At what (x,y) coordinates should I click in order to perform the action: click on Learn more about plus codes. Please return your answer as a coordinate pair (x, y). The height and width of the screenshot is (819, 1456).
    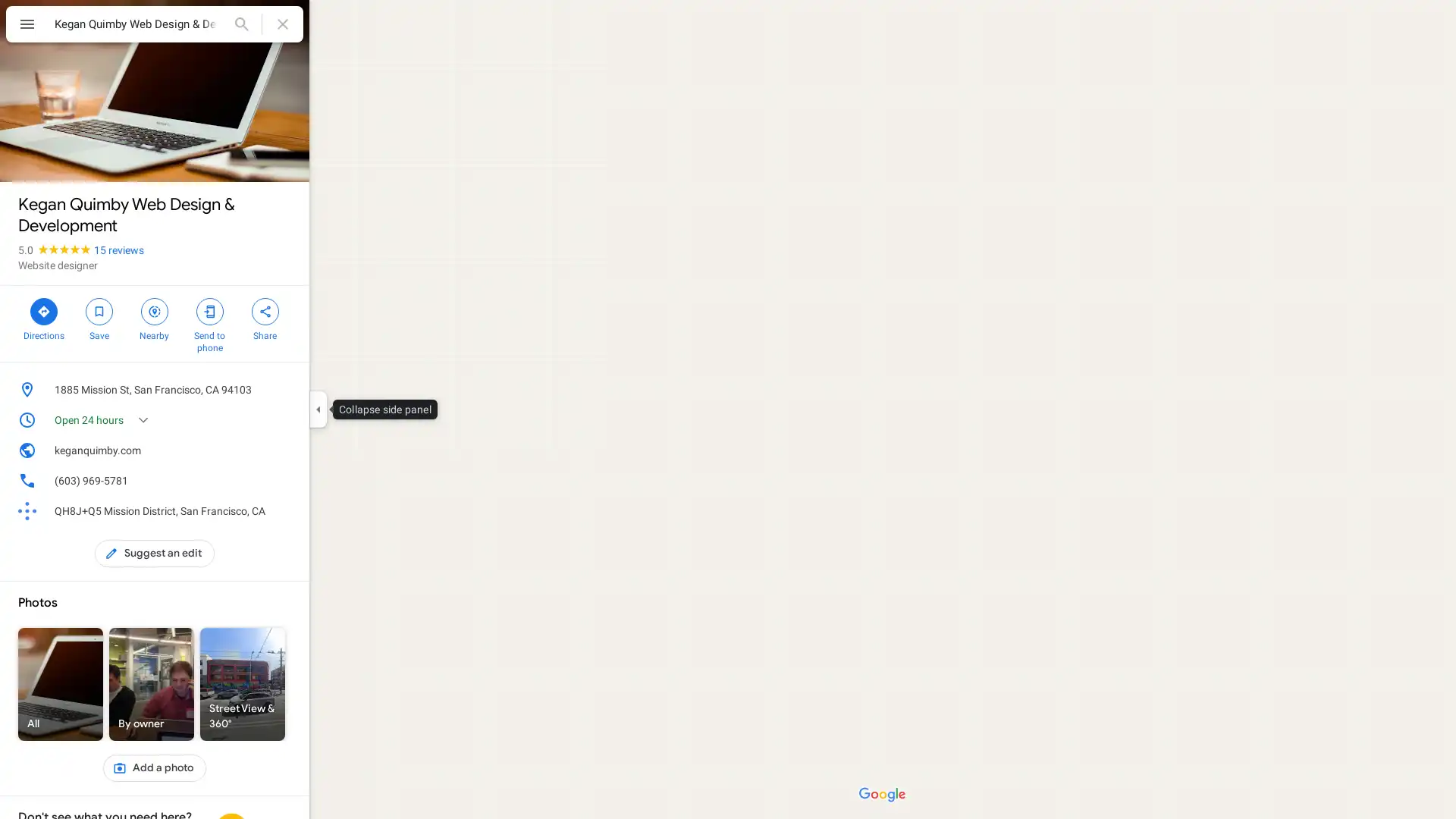
    Looking at the image, I should click on (284, 511).